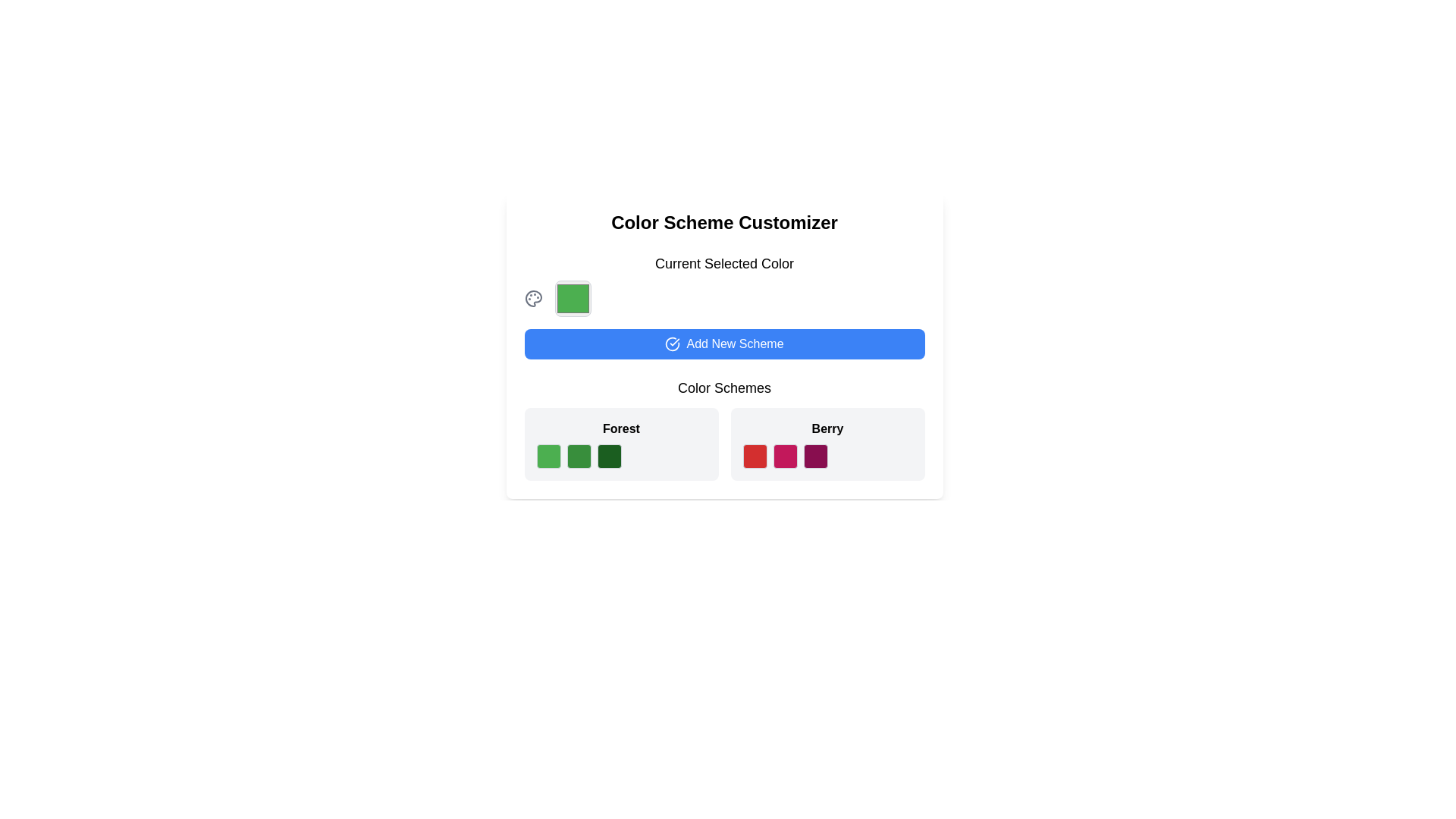 This screenshot has width=1456, height=819. Describe the element at coordinates (578, 455) in the screenshot. I see `the second green color selection block representing the 'Forest' color scheme` at that location.